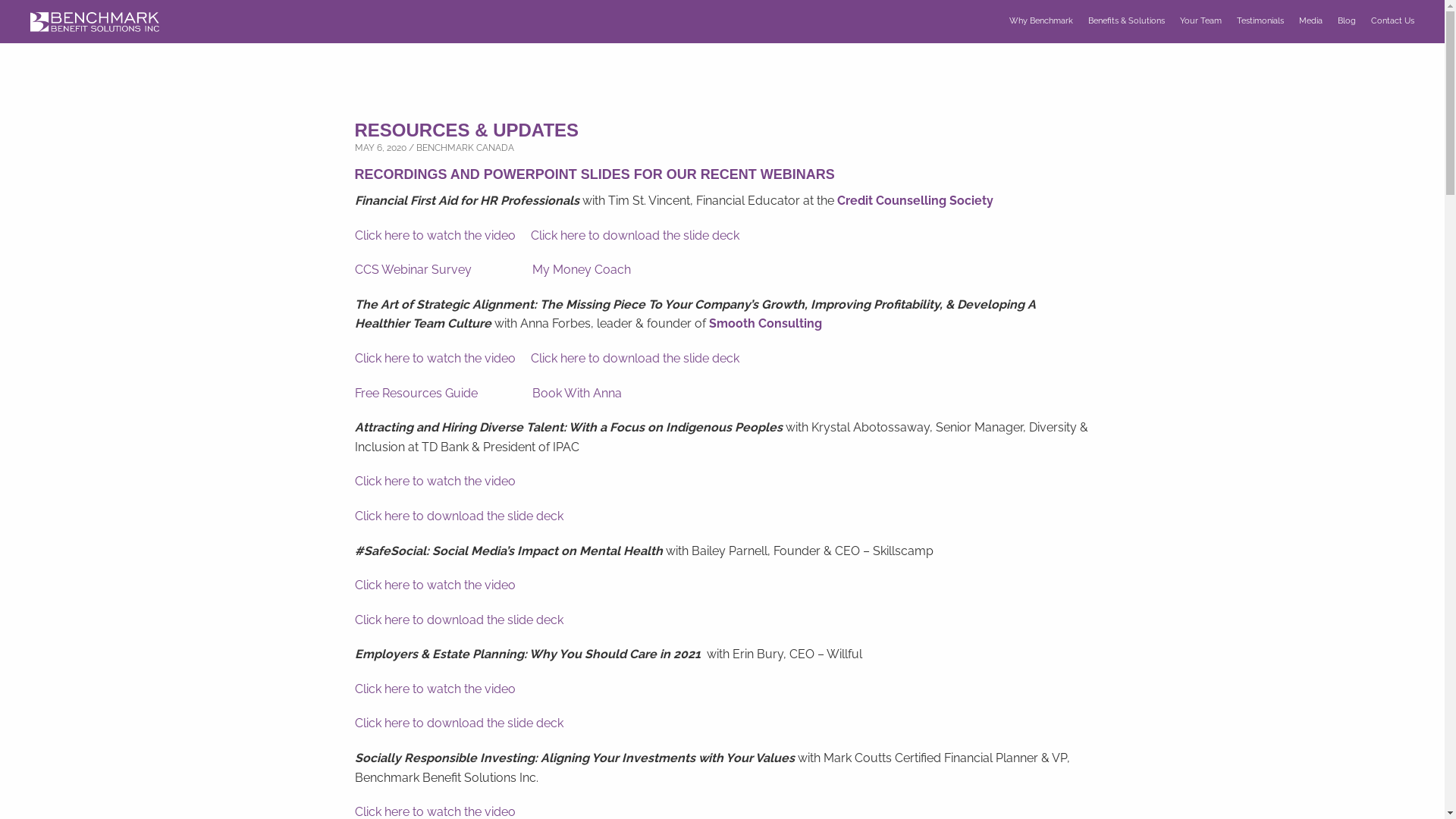  What do you see at coordinates (914, 199) in the screenshot?
I see `'Credit Counselling Society'` at bounding box center [914, 199].